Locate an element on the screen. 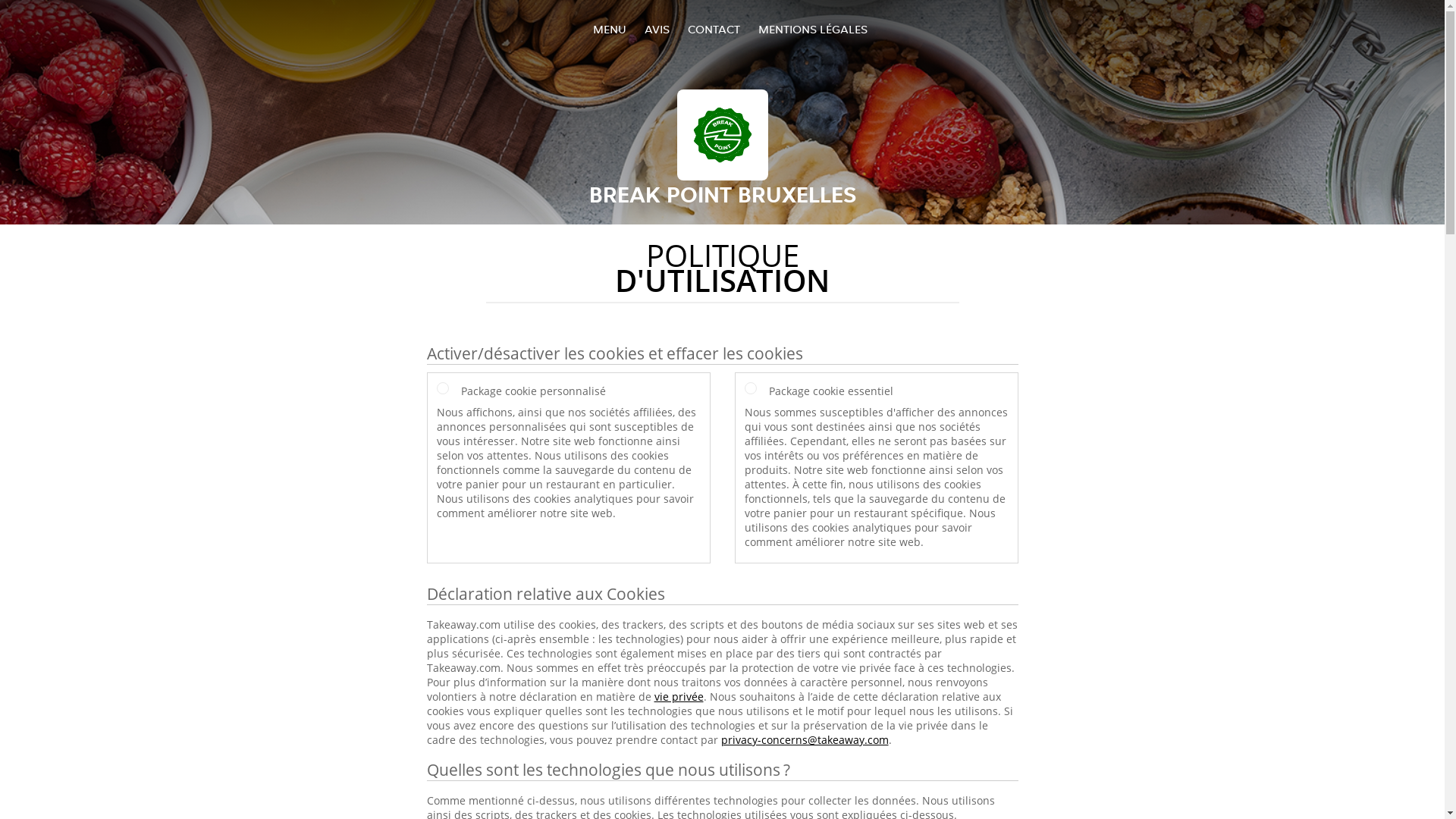 Image resolution: width=1456 pixels, height=819 pixels. 'AVIS' is located at coordinates (657, 29).